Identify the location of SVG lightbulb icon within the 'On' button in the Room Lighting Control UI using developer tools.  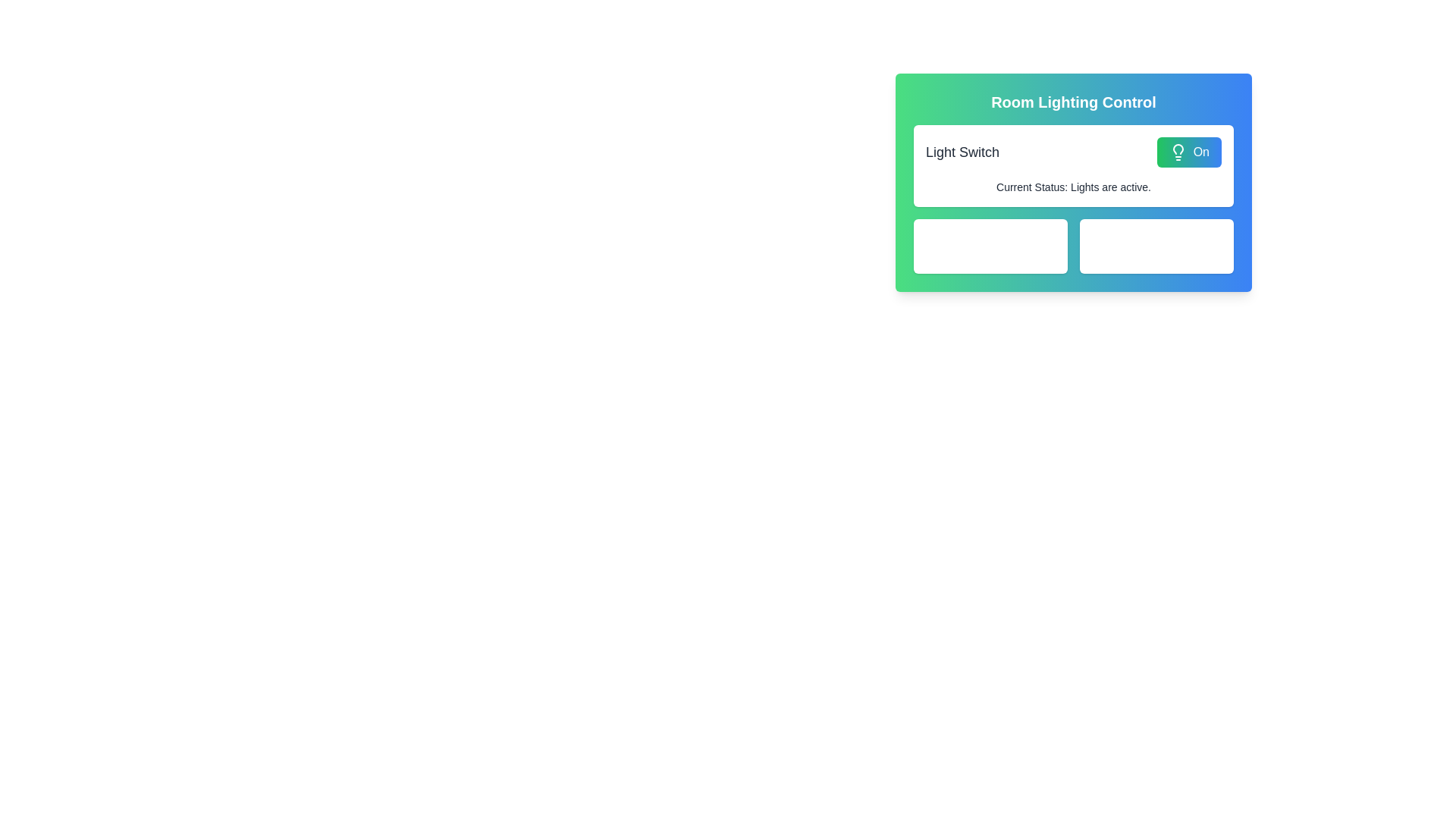
(1177, 152).